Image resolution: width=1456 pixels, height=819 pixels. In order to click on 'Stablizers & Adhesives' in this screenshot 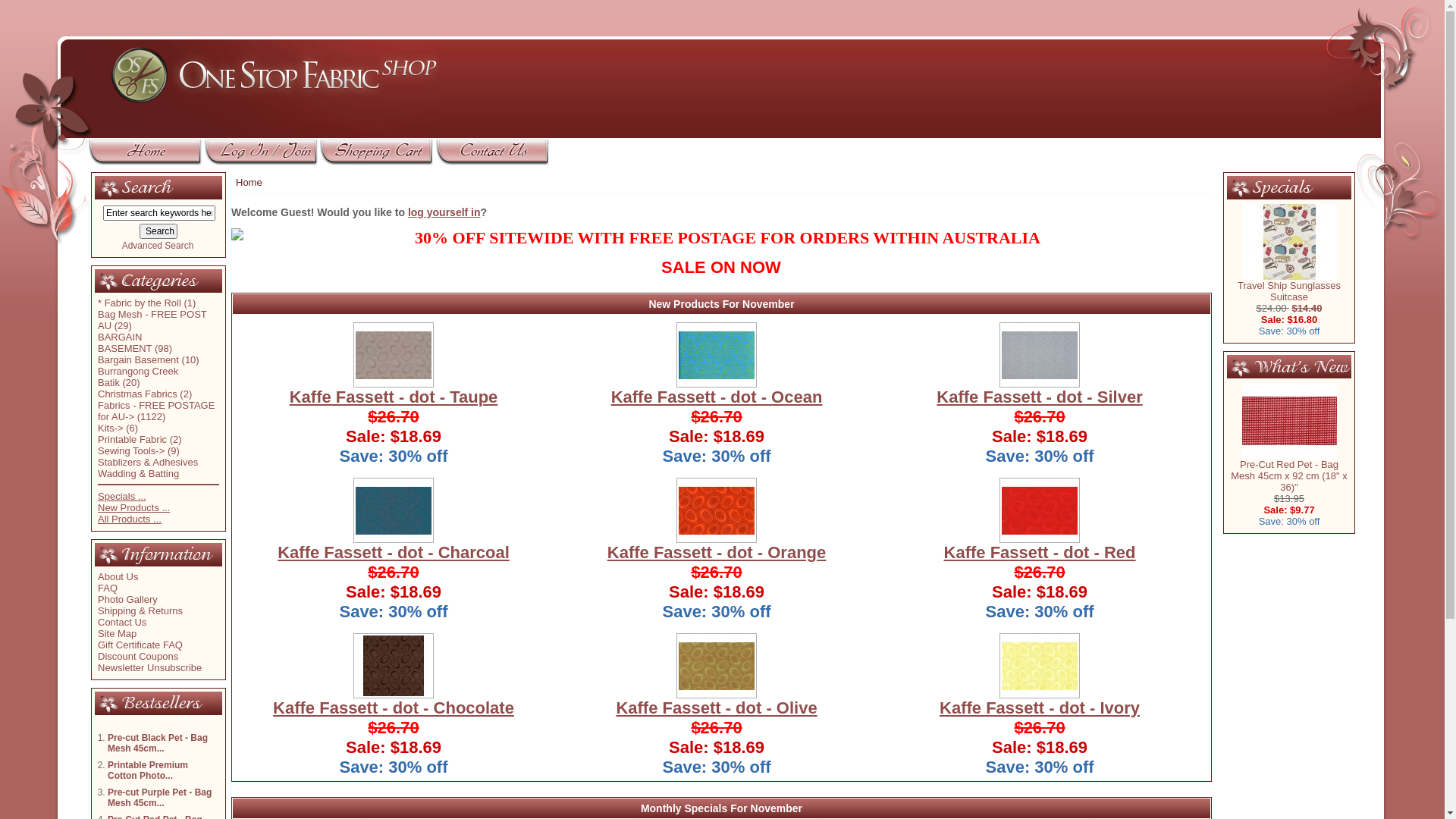, I will do `click(148, 461)`.